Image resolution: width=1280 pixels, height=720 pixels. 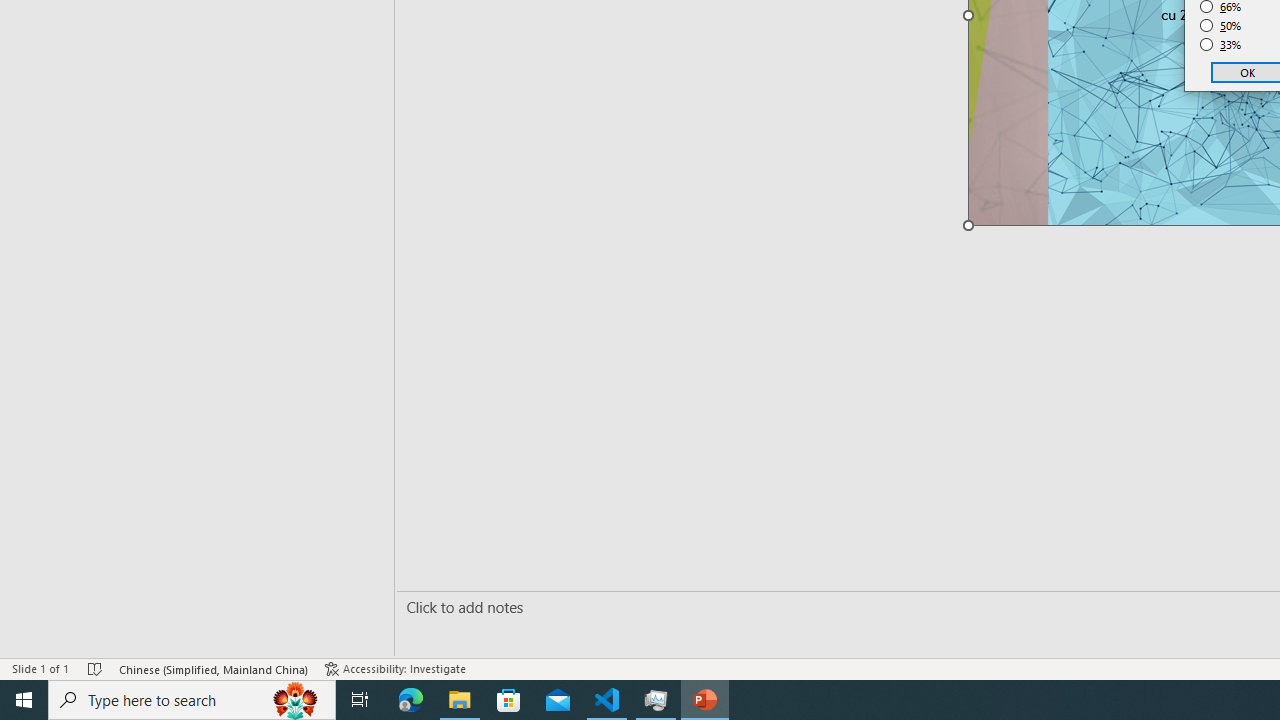 I want to click on 'Search highlights icon opens search home window', so click(x=294, y=698).